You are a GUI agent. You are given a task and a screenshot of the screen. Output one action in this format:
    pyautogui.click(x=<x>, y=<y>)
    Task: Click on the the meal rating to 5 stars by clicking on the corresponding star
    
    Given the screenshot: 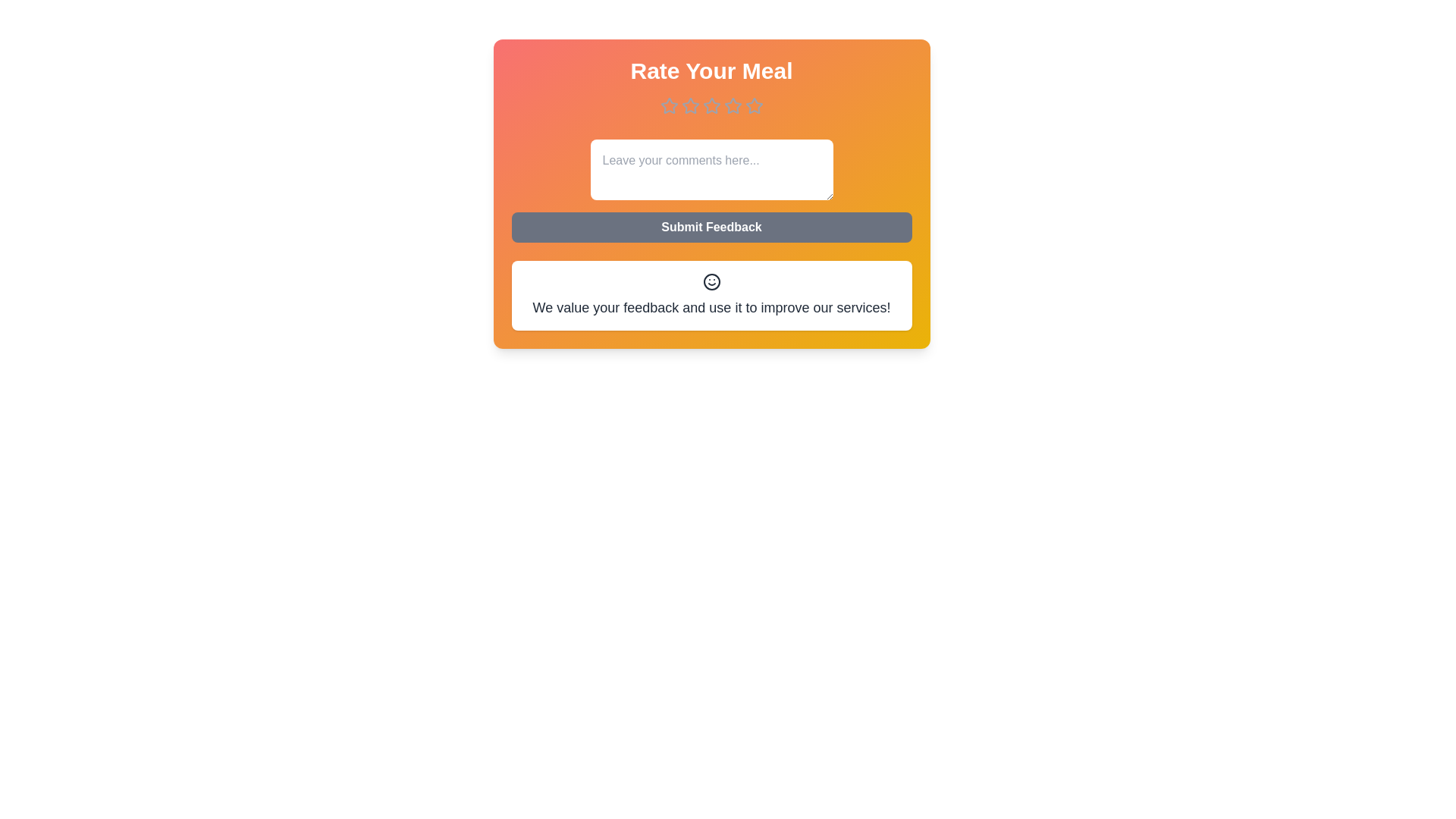 What is the action you would take?
    pyautogui.click(x=754, y=105)
    